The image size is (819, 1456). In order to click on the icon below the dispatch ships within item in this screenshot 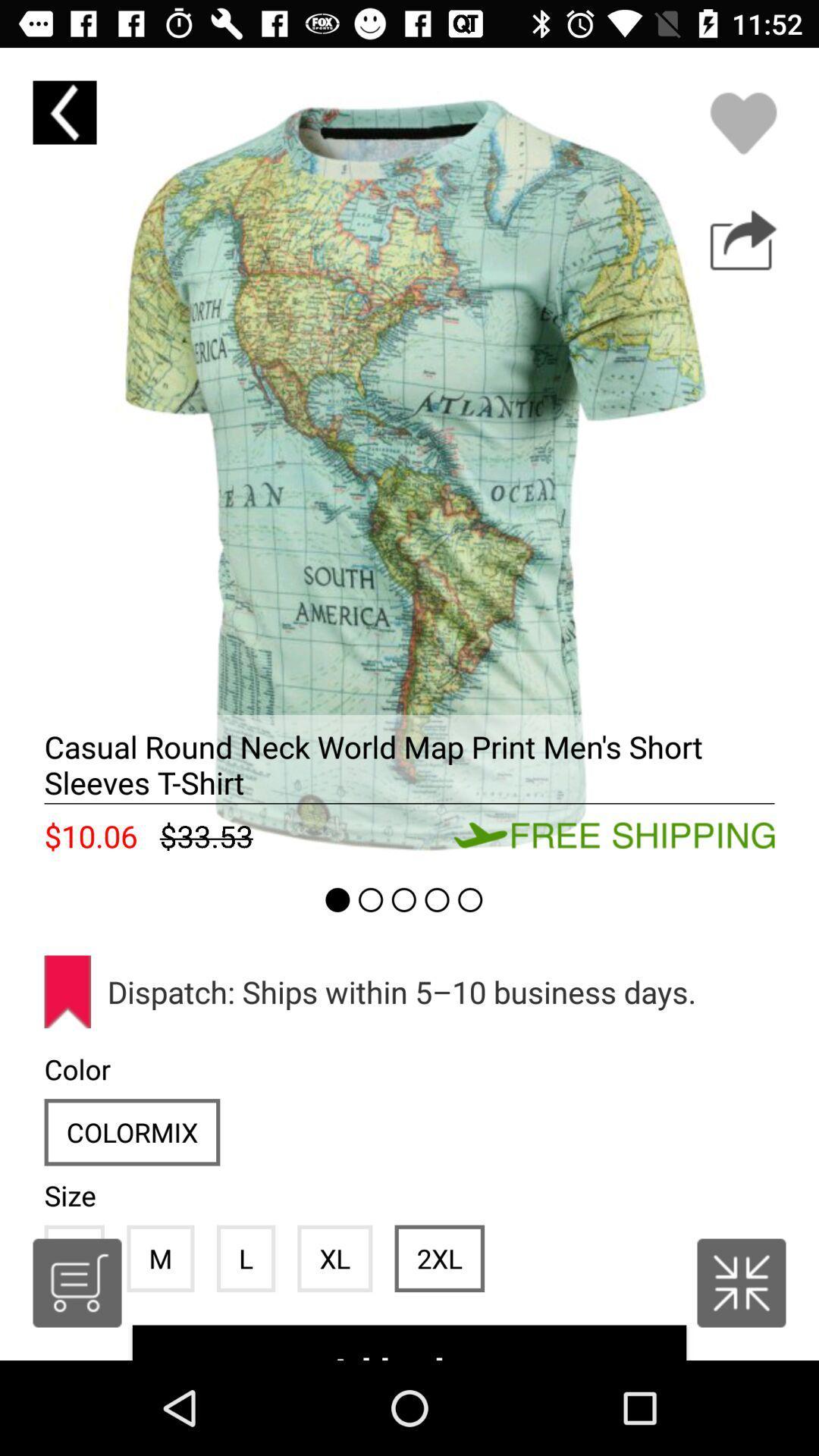, I will do `click(334, 1258)`.